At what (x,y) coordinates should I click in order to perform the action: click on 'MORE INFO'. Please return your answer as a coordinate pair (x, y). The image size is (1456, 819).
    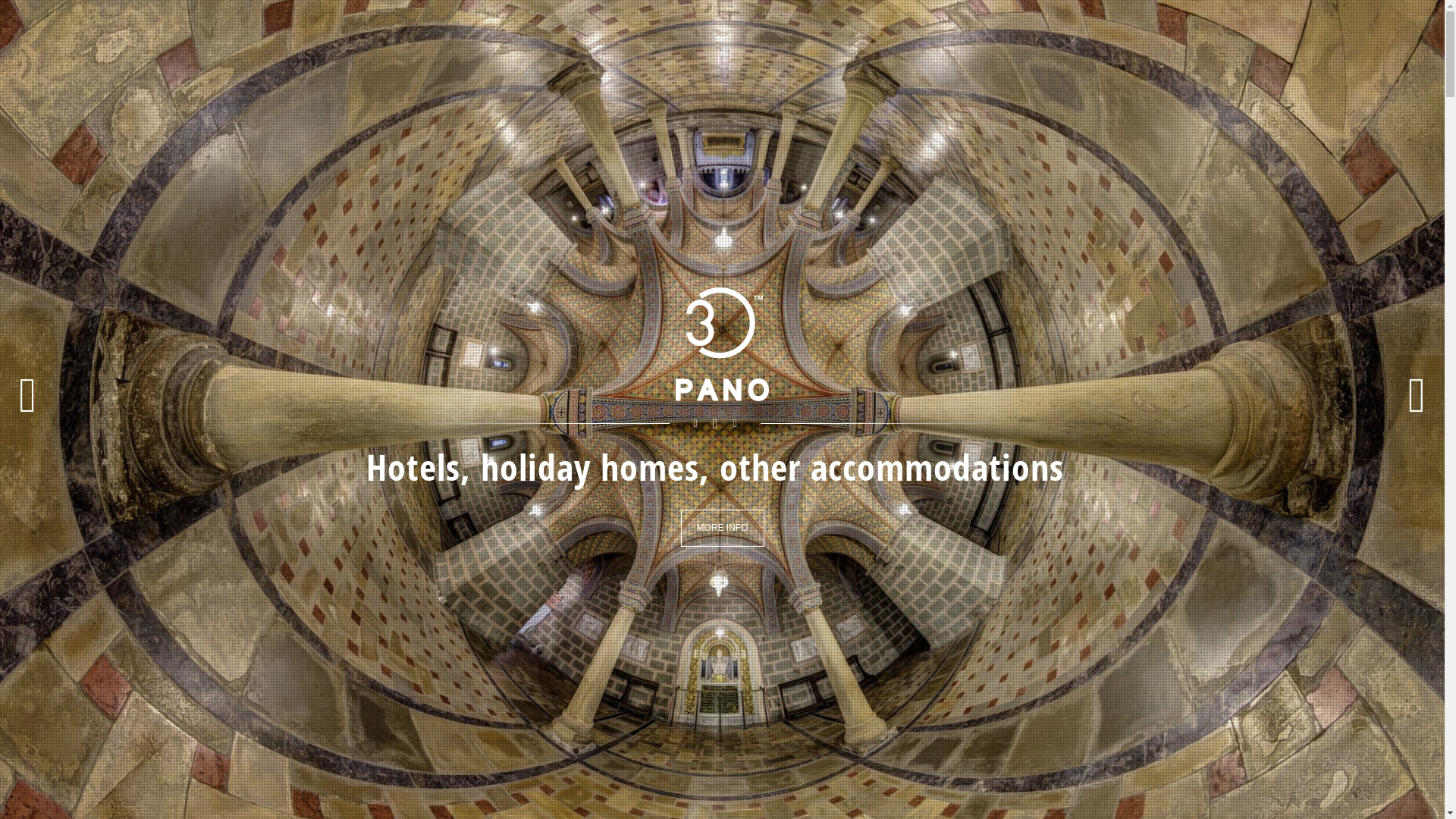
    Looking at the image, I should click on (722, 527).